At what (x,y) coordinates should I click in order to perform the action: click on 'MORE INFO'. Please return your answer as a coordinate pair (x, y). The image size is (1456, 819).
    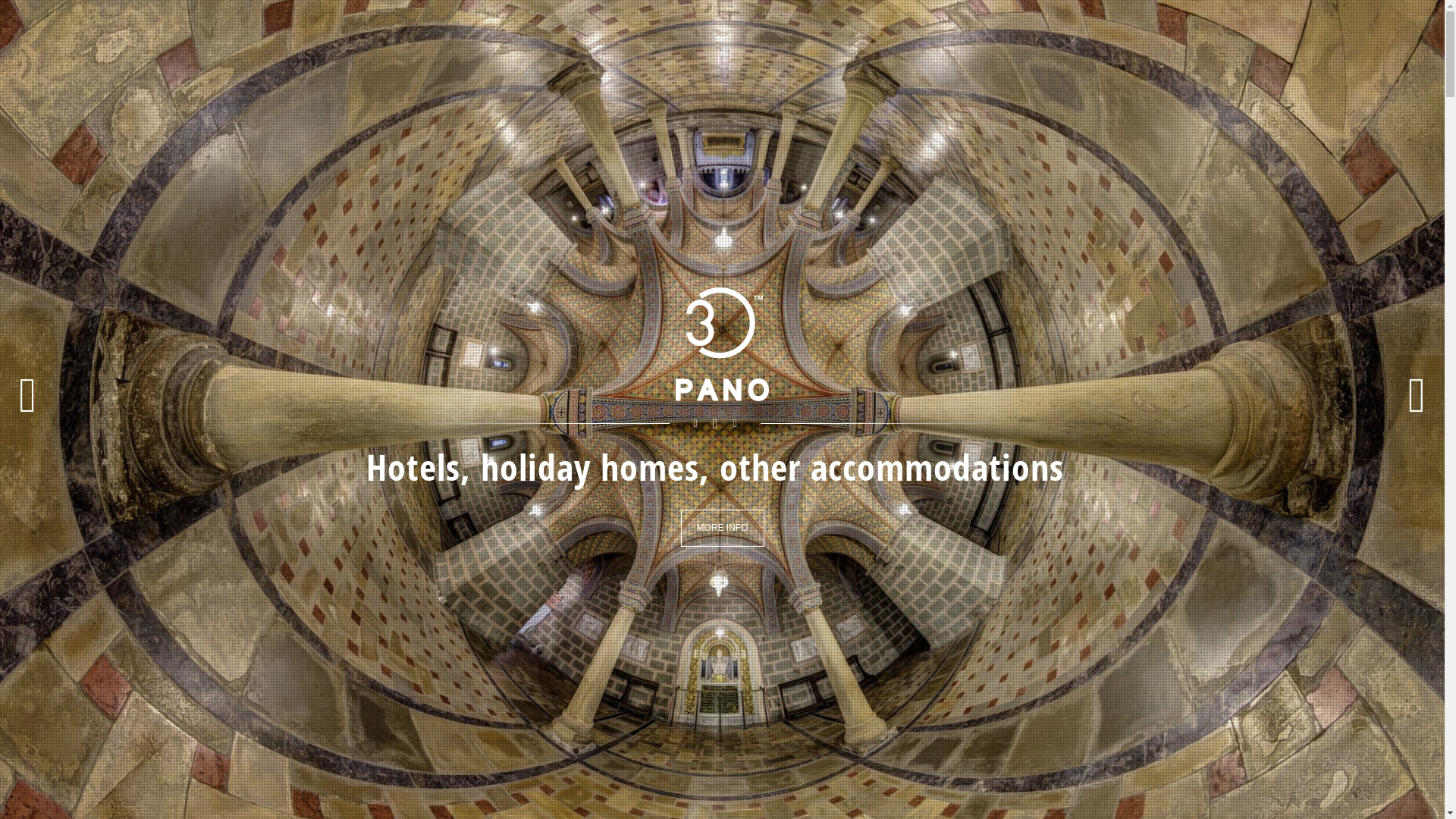
    Looking at the image, I should click on (722, 527).